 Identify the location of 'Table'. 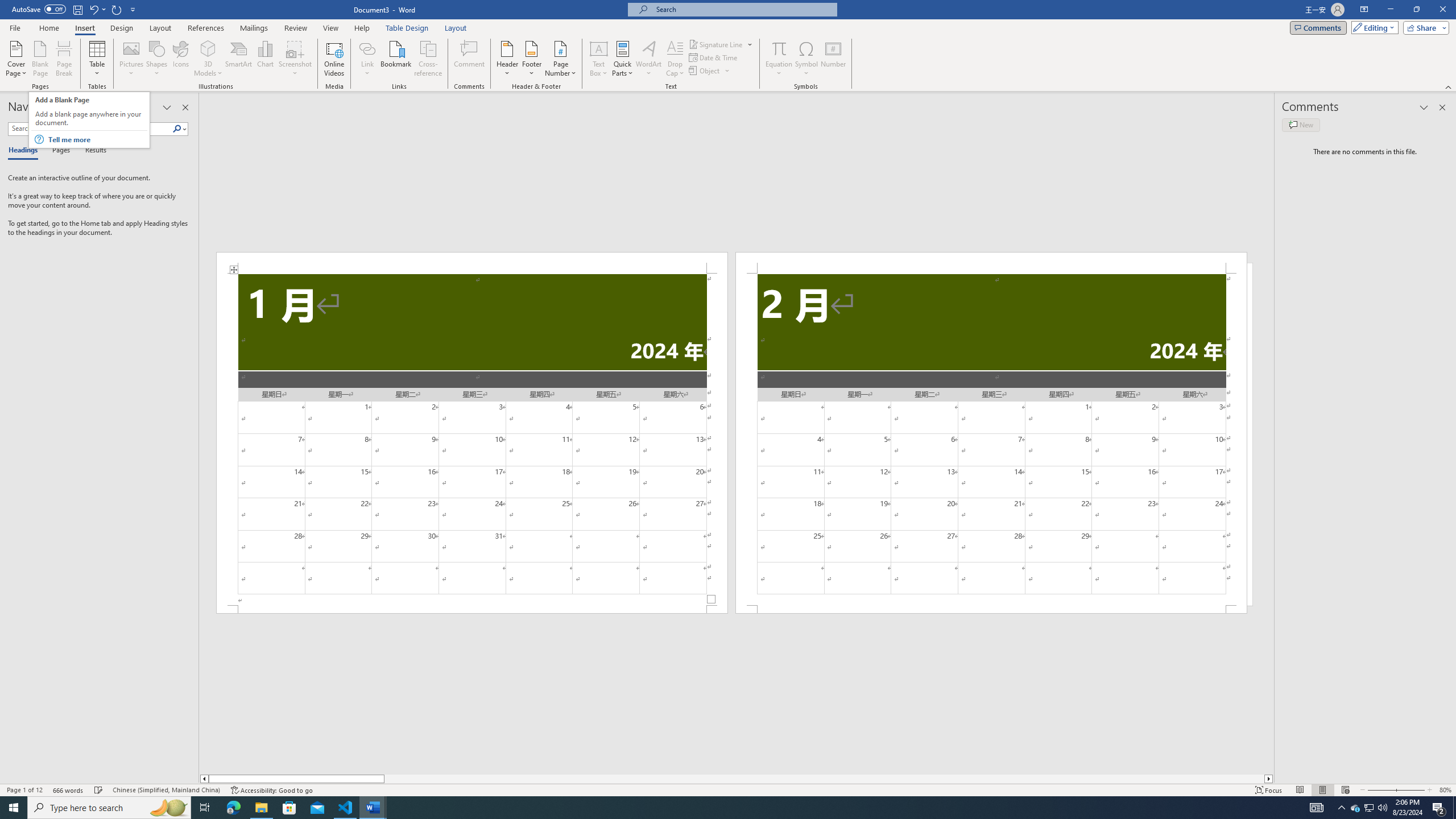
(97, 59).